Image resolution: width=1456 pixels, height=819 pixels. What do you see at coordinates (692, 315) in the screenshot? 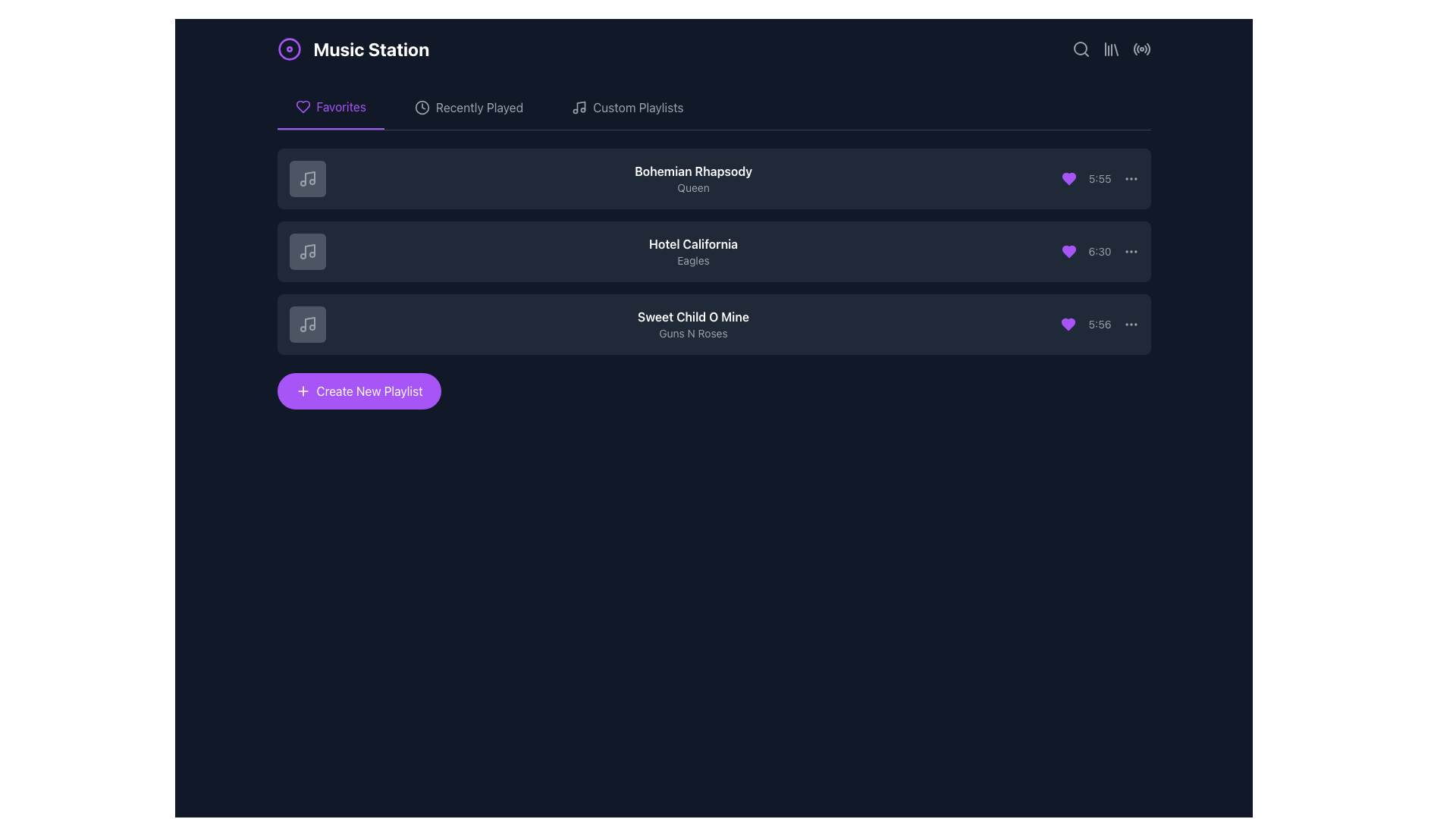
I see `the song title text element that displays the title of the song in the music station interface, located under the heading 'Favorites'` at bounding box center [692, 315].